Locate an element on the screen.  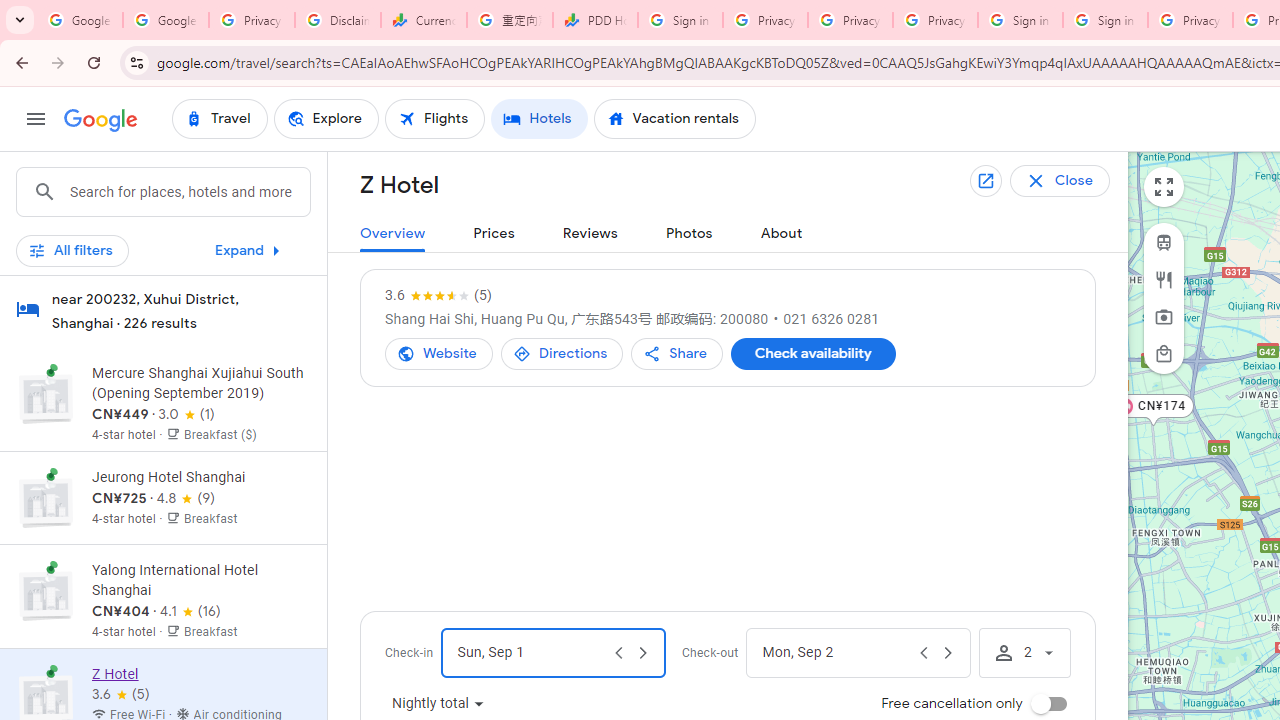
'Expand' is located at coordinates (250, 249).